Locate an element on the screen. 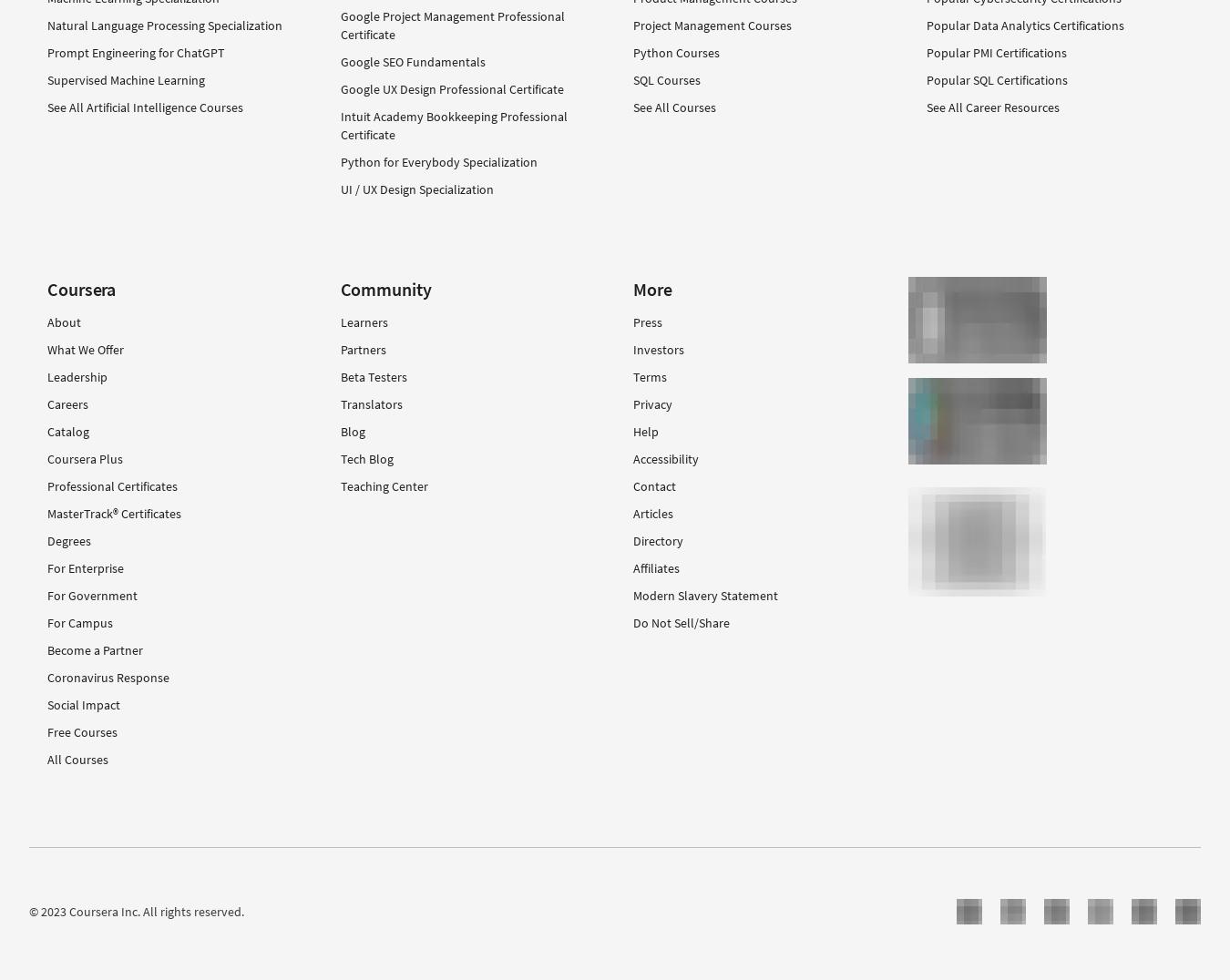 The image size is (1230, 980). 'Popular PMI Certifications' is located at coordinates (926, 52).